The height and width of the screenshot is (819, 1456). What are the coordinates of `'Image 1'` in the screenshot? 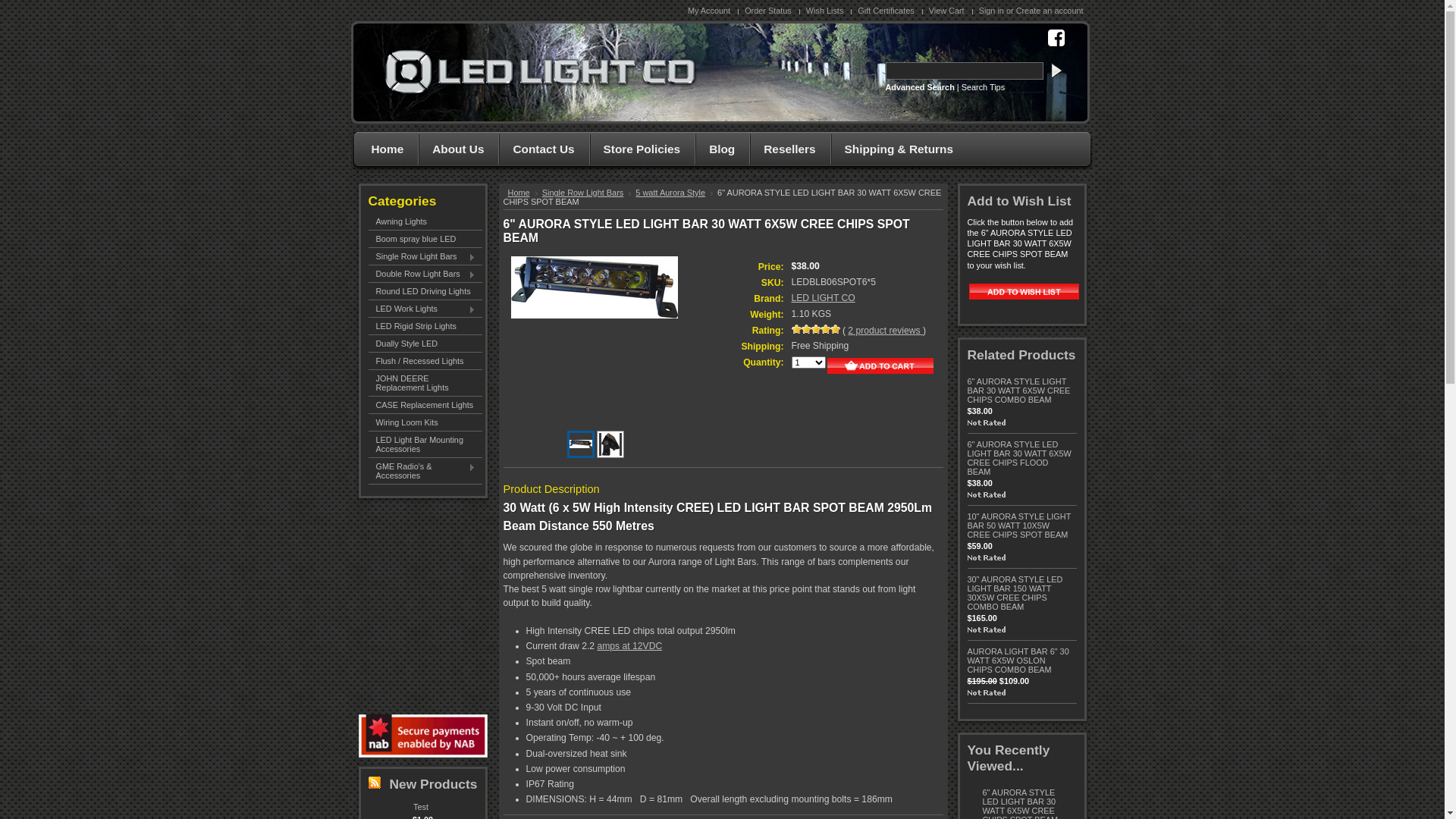 It's located at (593, 287).